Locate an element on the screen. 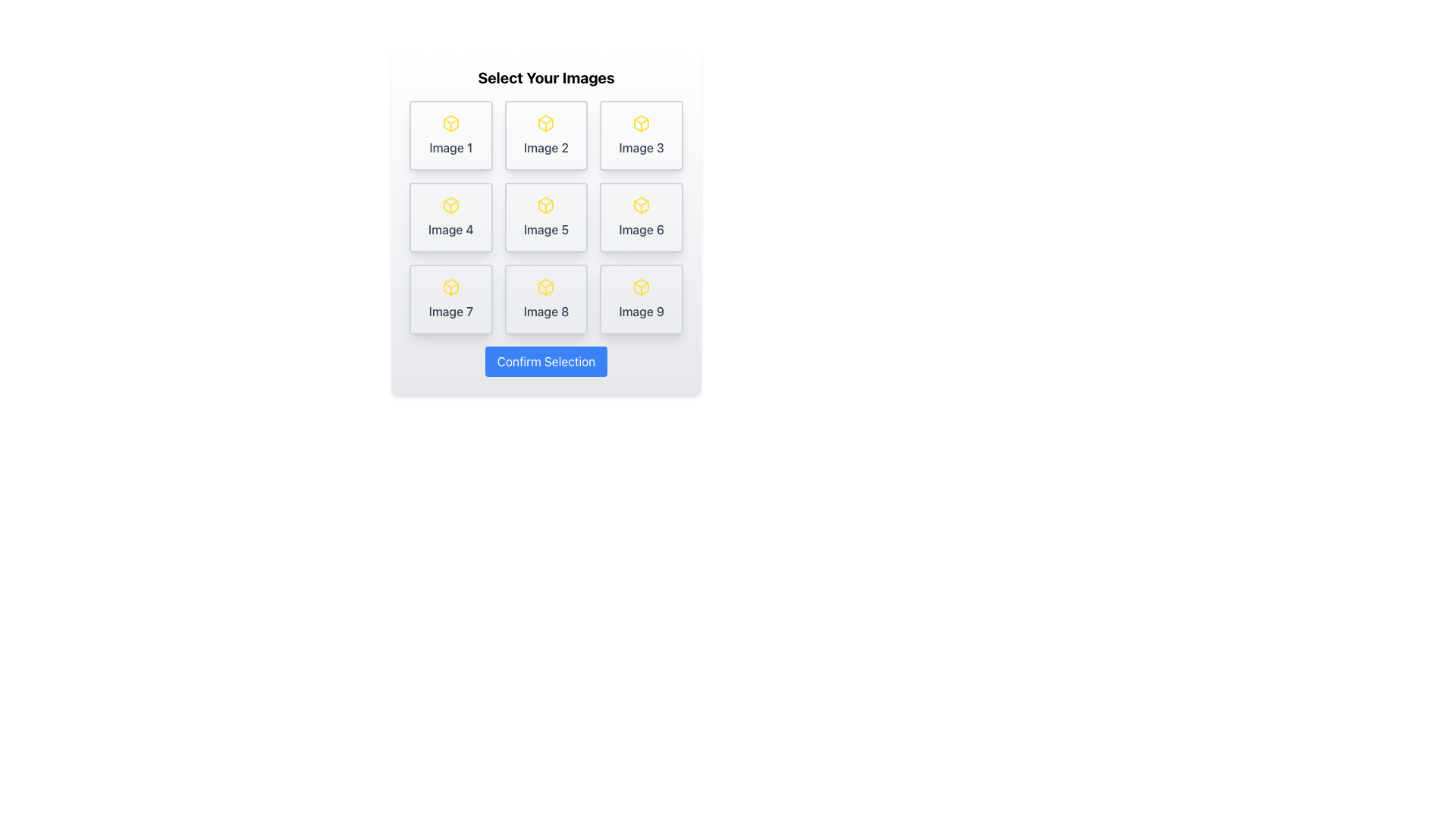  the selectable card labeled 'Image 3' located in the top-right corner of the 3x3 grid is located at coordinates (642, 134).